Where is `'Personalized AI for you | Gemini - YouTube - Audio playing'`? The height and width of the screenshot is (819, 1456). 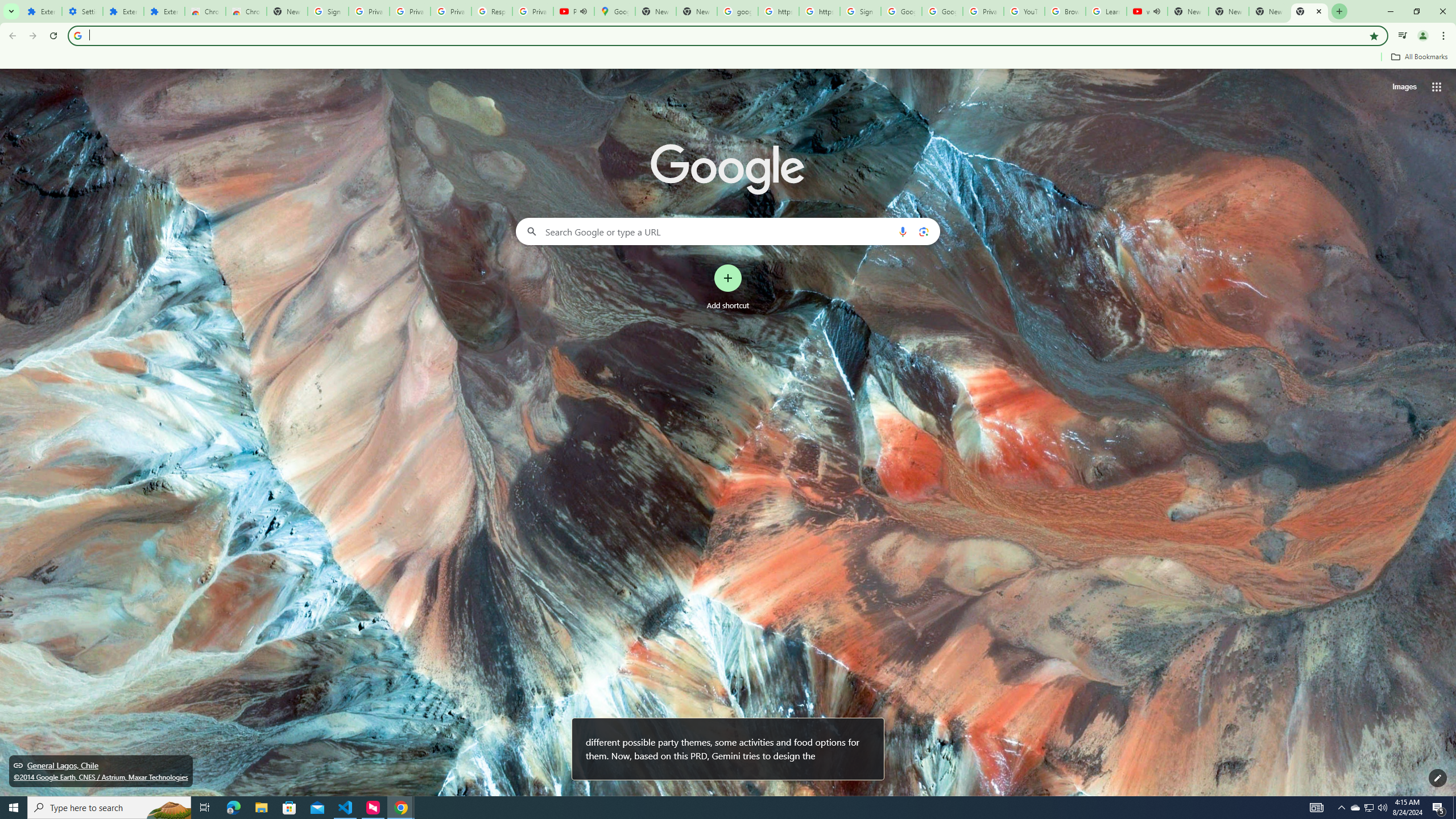 'Personalized AI for you | Gemini - YouTube - Audio playing' is located at coordinates (573, 11).